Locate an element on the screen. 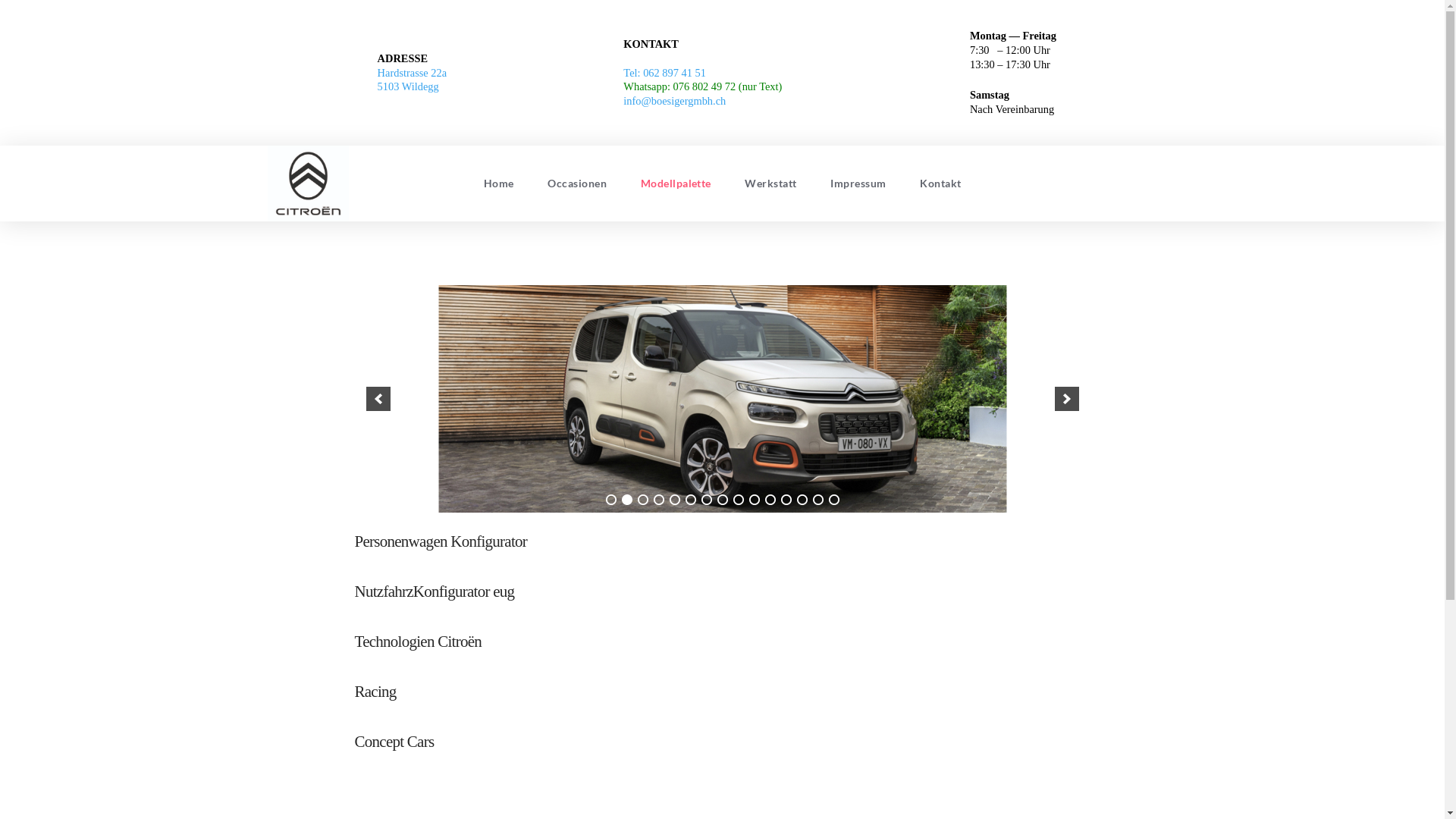  '8' is located at coordinates (722, 500).